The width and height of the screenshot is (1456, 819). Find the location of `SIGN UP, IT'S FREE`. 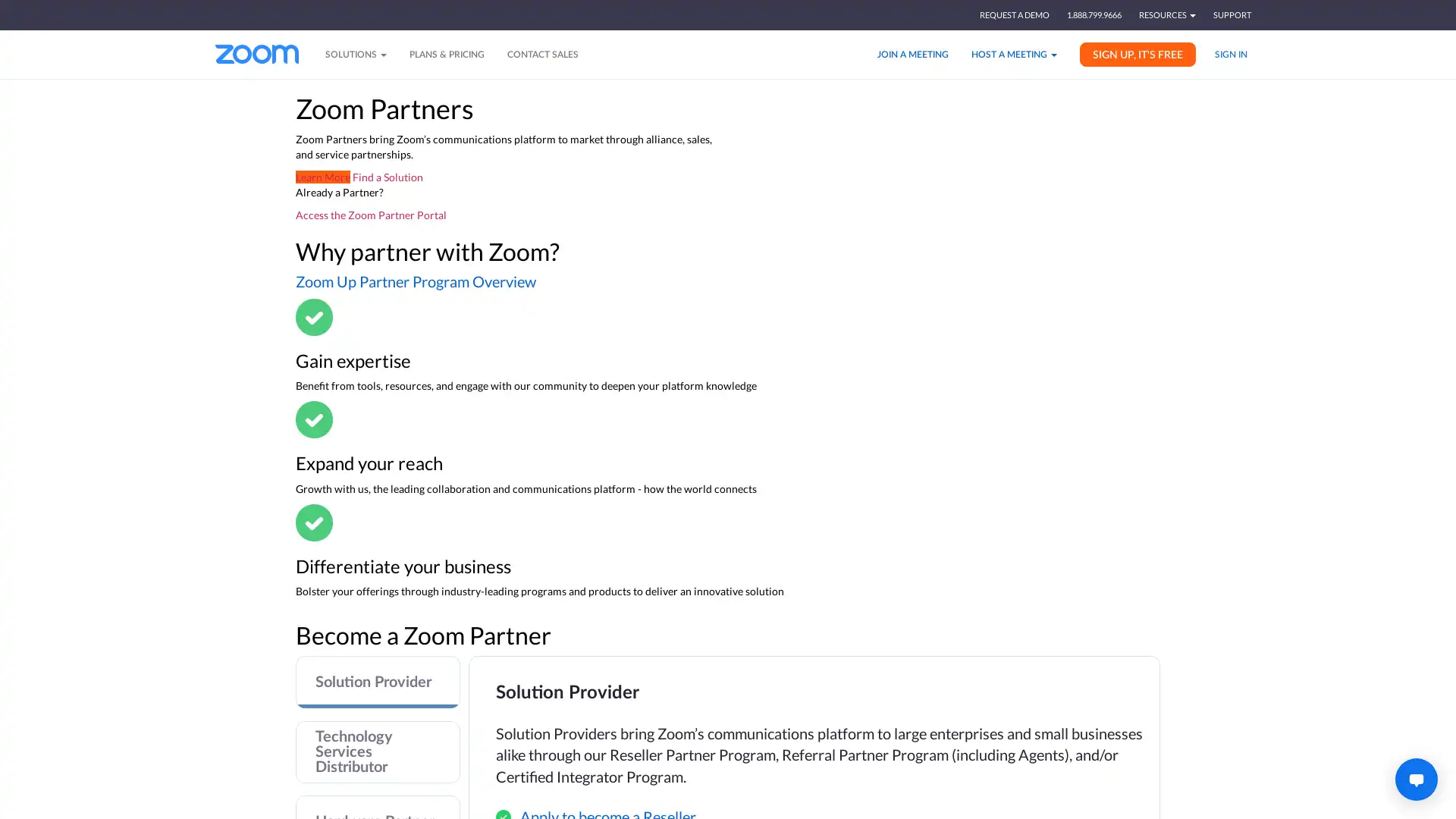

SIGN UP, IT'S FREE is located at coordinates (1137, 52).